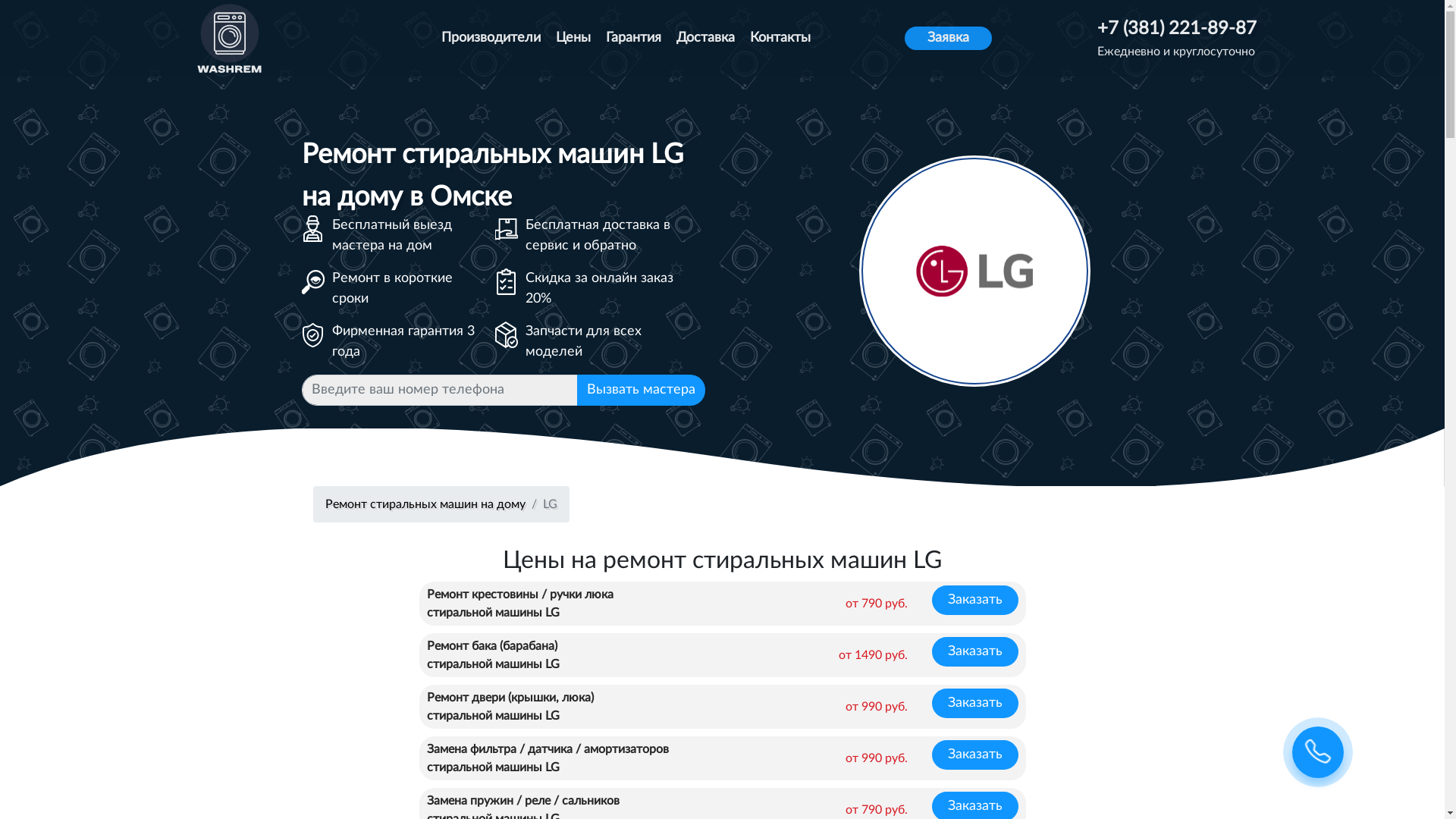 The width and height of the screenshot is (1456, 819). Describe the element at coordinates (1175, 29) in the screenshot. I see `'+7 (381) 221-89-87'` at that location.